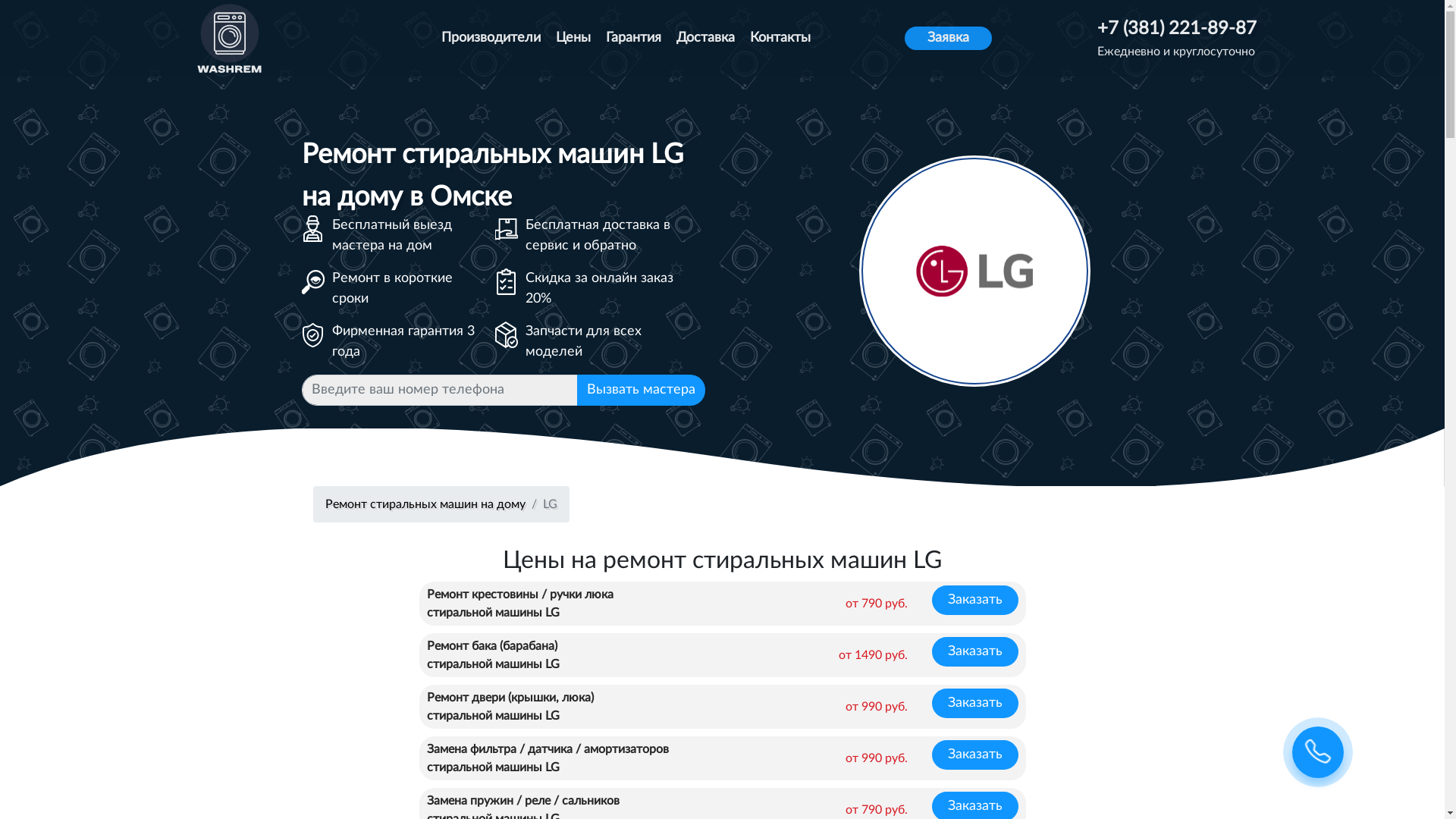 The width and height of the screenshot is (1456, 819). Describe the element at coordinates (1175, 29) in the screenshot. I see `'+7 (381) 221-89-87'` at that location.